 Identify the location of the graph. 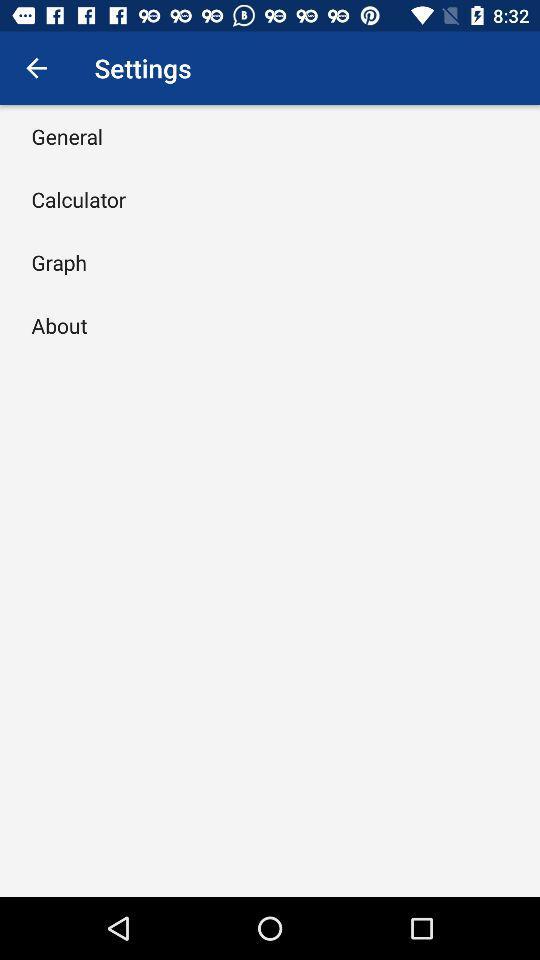
(59, 261).